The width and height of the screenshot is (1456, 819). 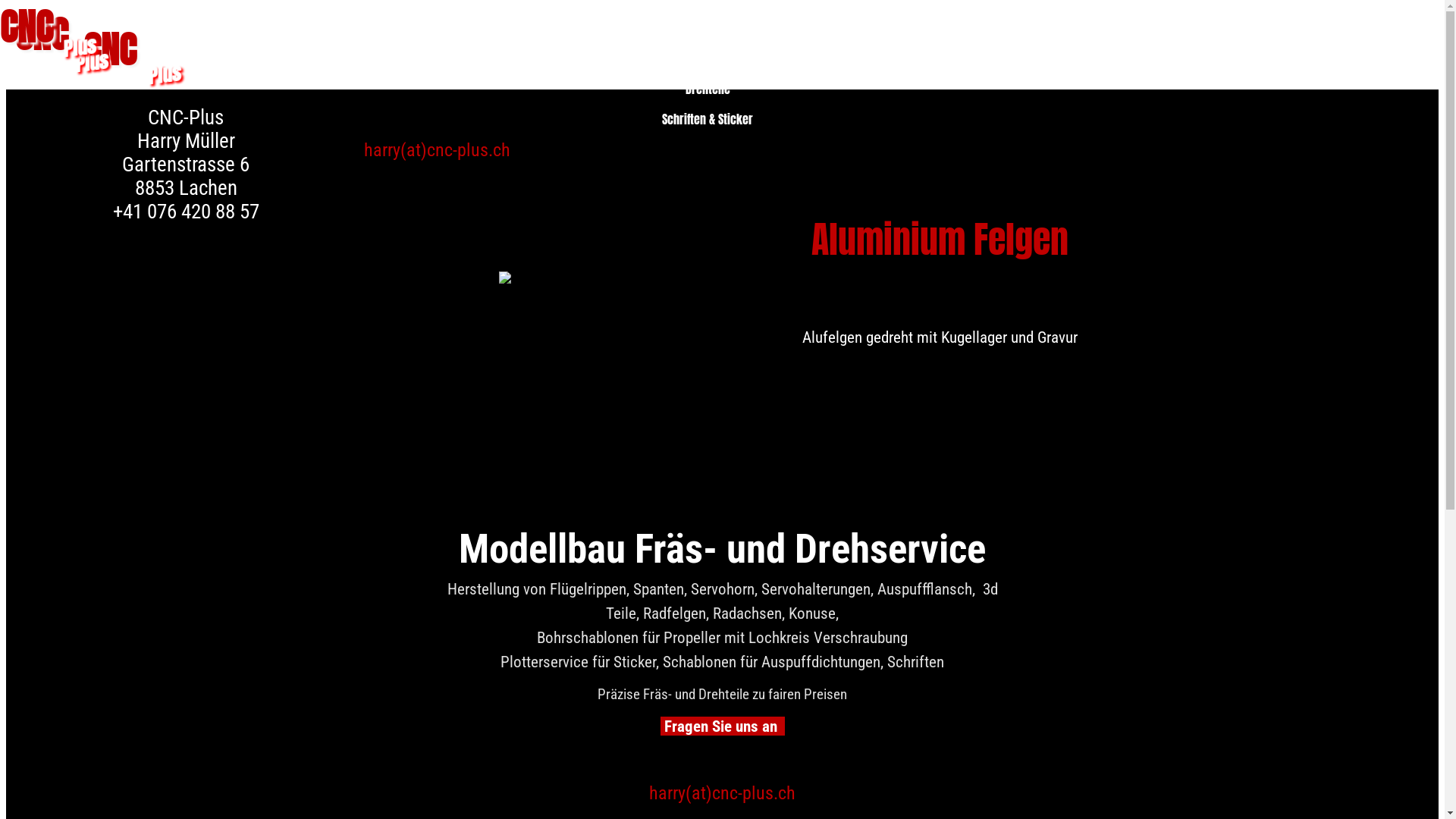 I want to click on 'Unsere Leistungen', so click(x=701, y=38).